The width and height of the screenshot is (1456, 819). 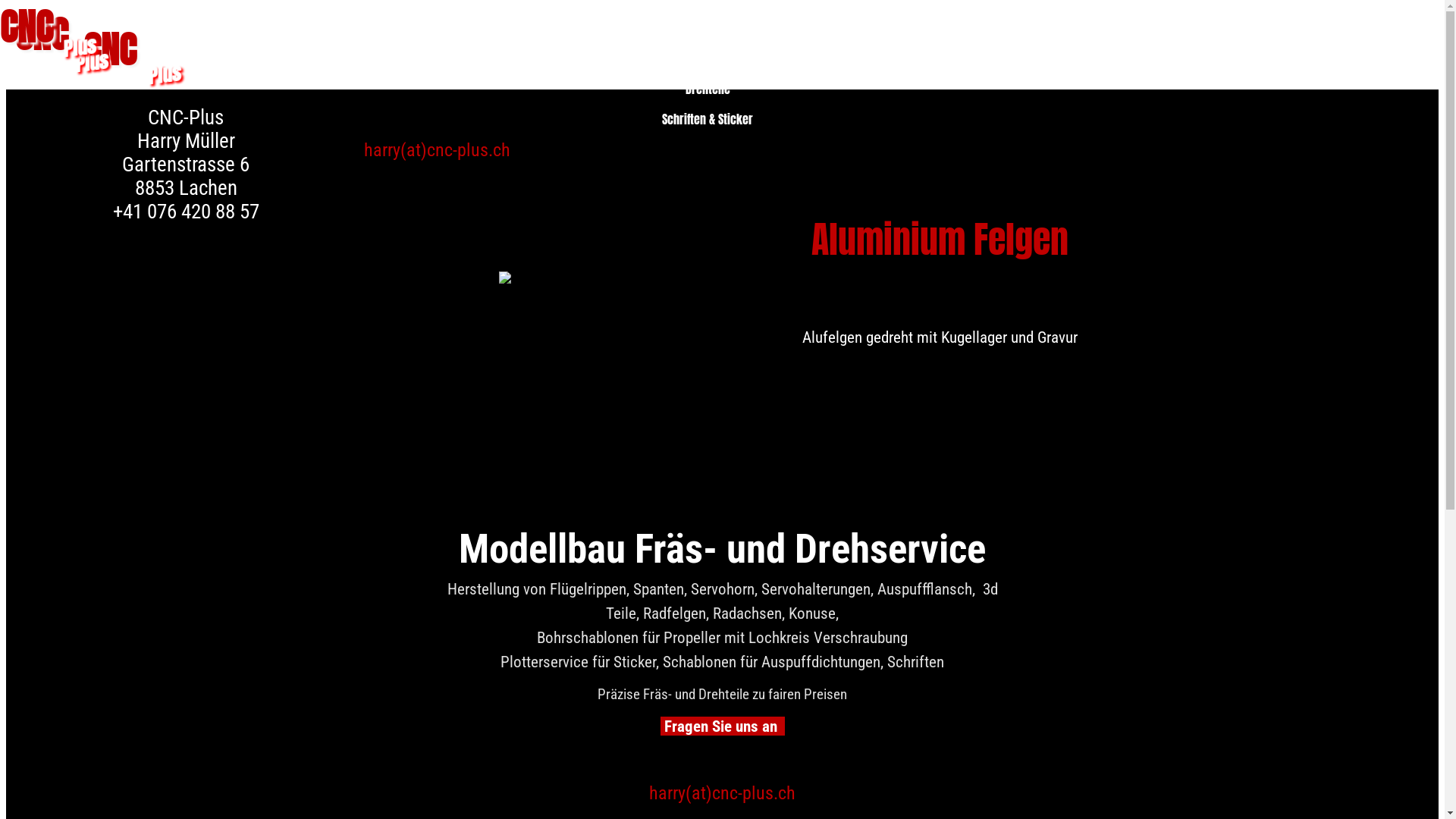 I want to click on 'Unsere Leistungen', so click(x=701, y=38).